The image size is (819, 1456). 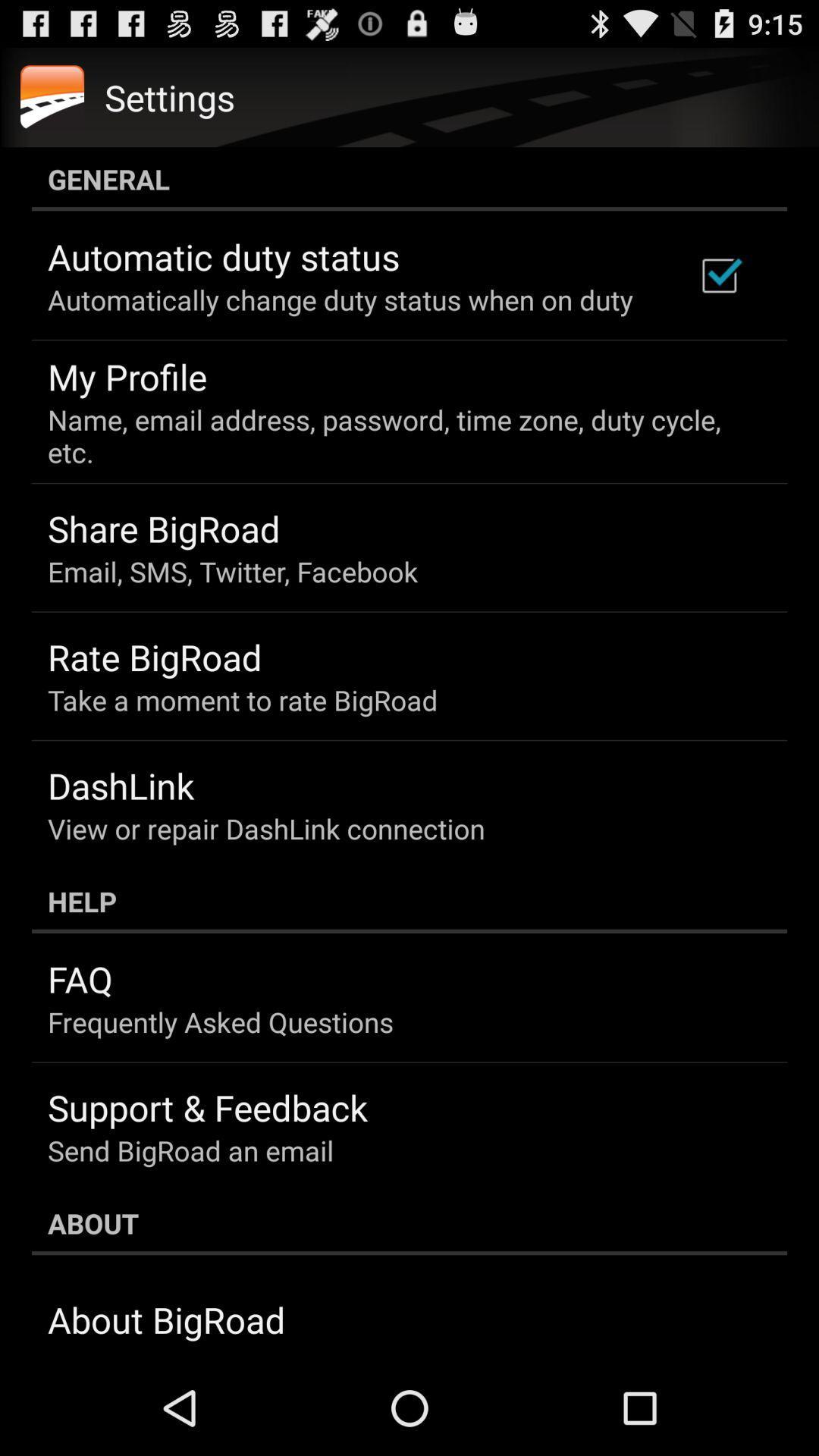 What do you see at coordinates (164, 529) in the screenshot?
I see `share bigroad icon` at bounding box center [164, 529].